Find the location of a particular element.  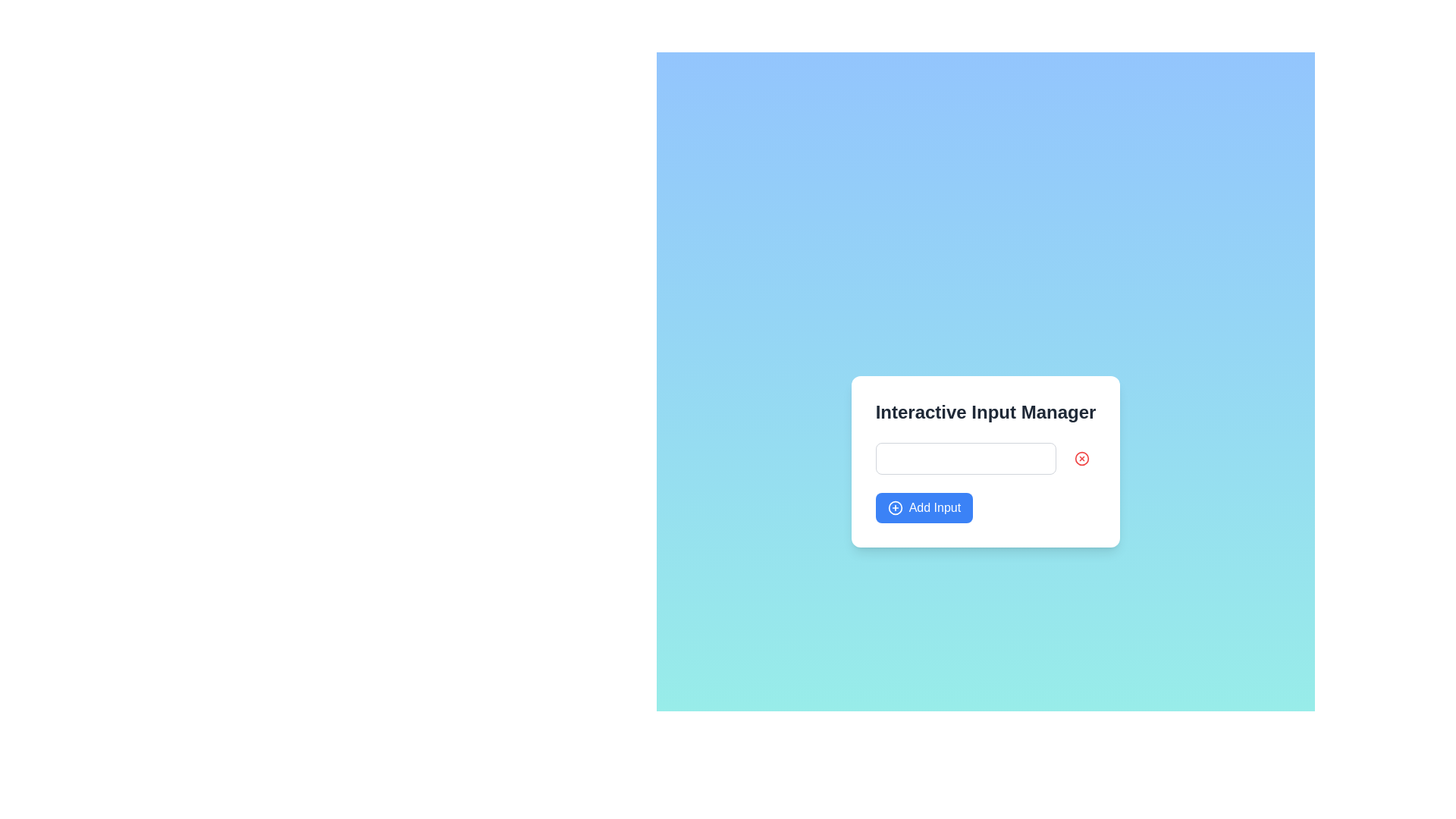

the 'Add Input' button located at the bottom left of the 'Interactive Input Manager' card is located at coordinates (923, 508).